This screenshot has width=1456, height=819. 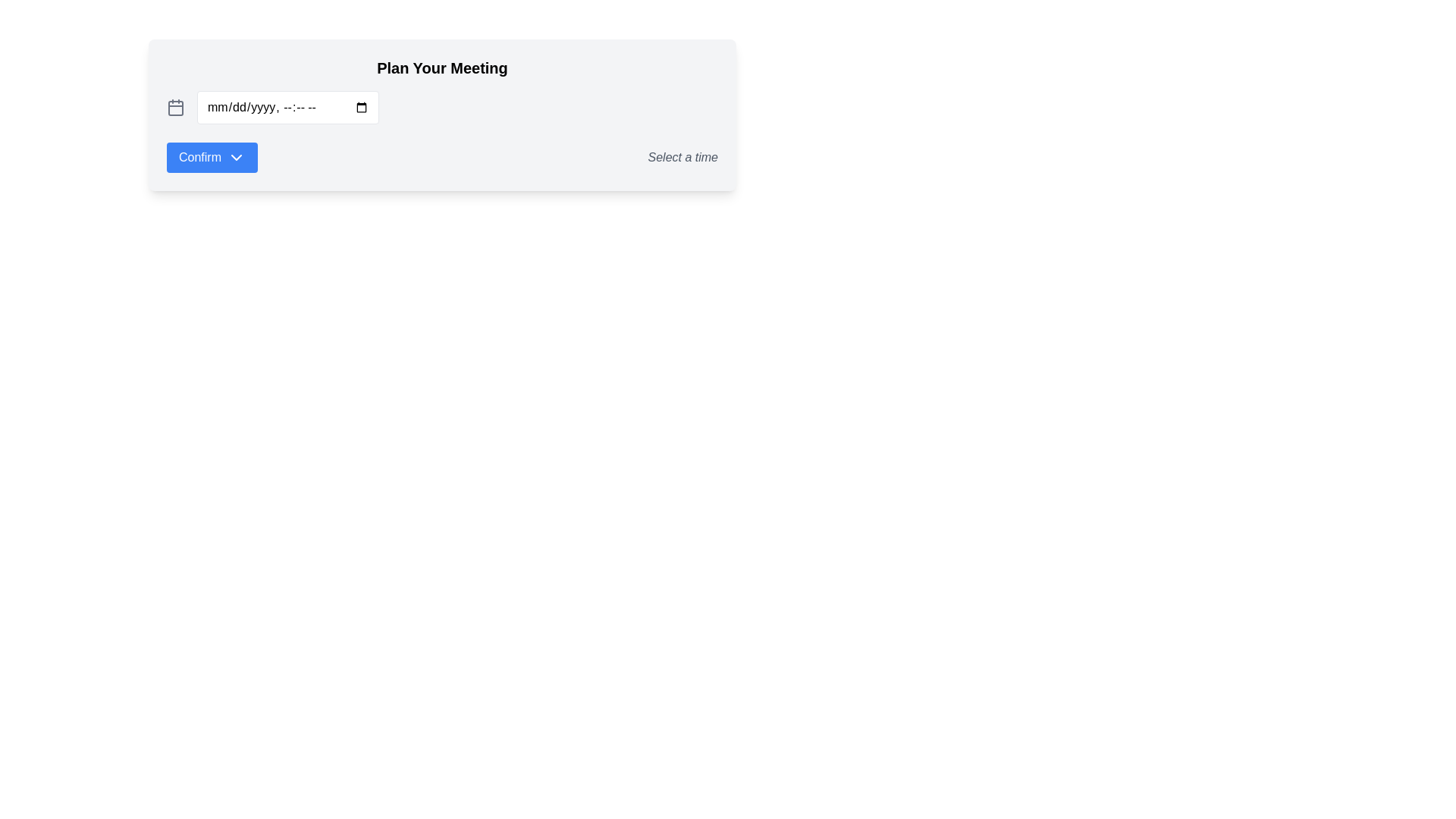 I want to click on the 'Confirm' button, a blue rectangular button with rounded corners containing white text and a downward pointing arrow icon, so click(x=211, y=158).